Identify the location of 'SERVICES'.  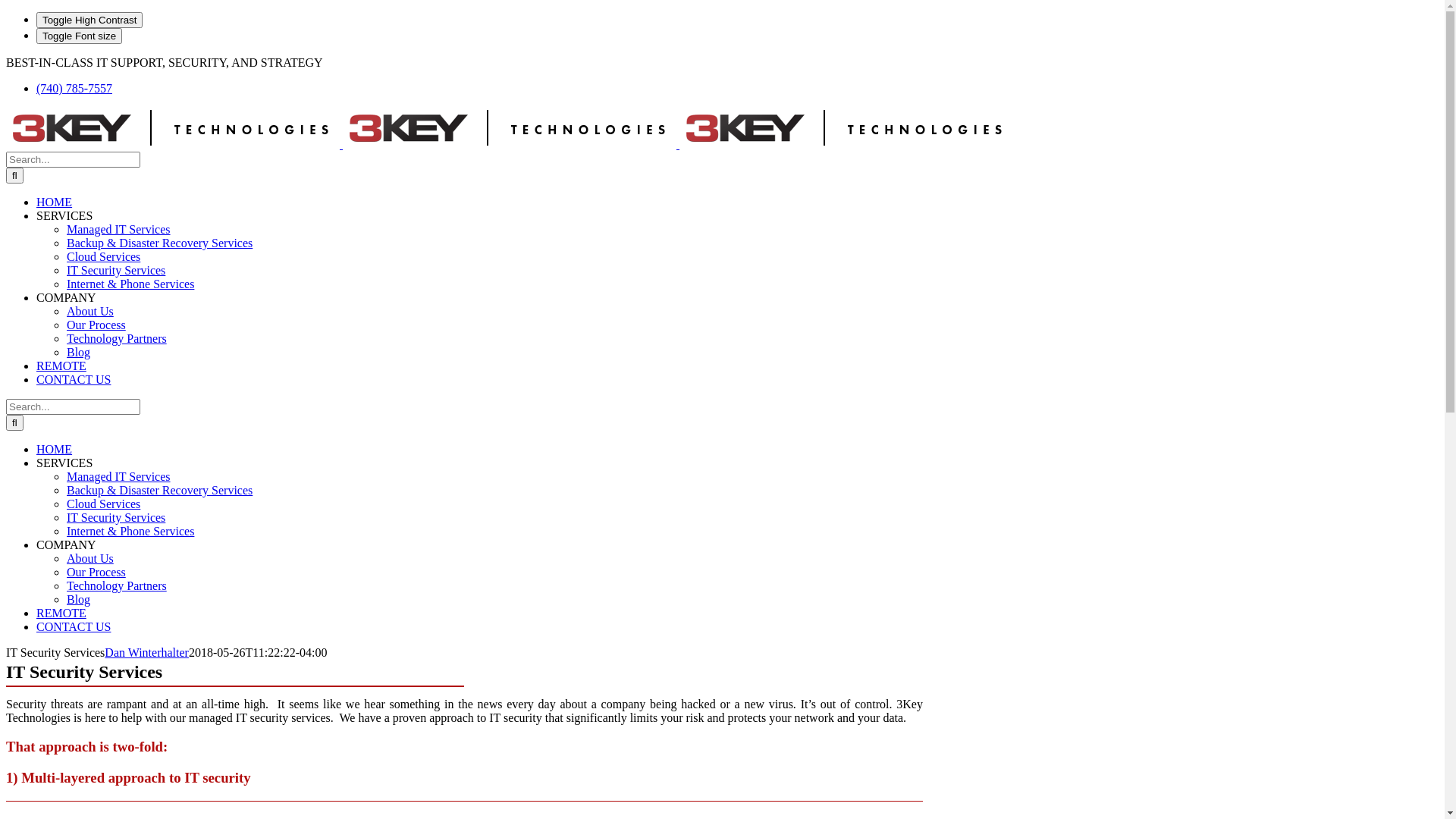
(64, 215).